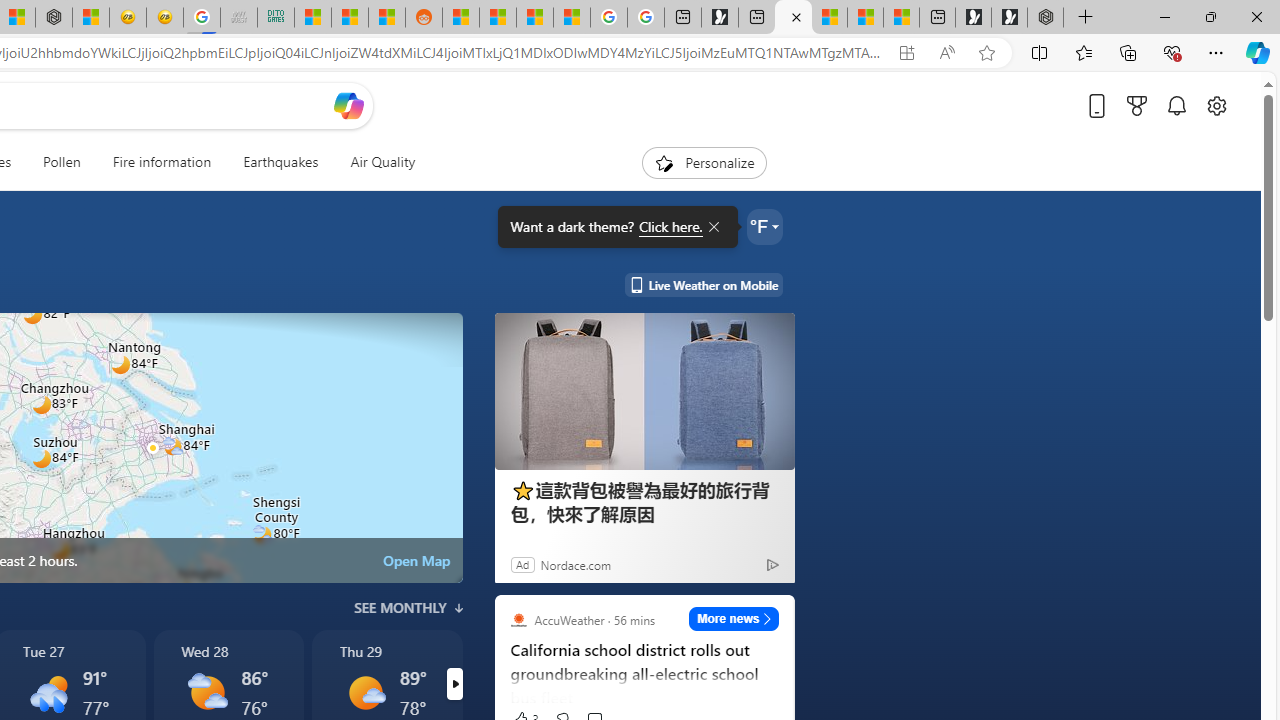 The image size is (1280, 720). I want to click on 'Open settings', so click(1215, 105).